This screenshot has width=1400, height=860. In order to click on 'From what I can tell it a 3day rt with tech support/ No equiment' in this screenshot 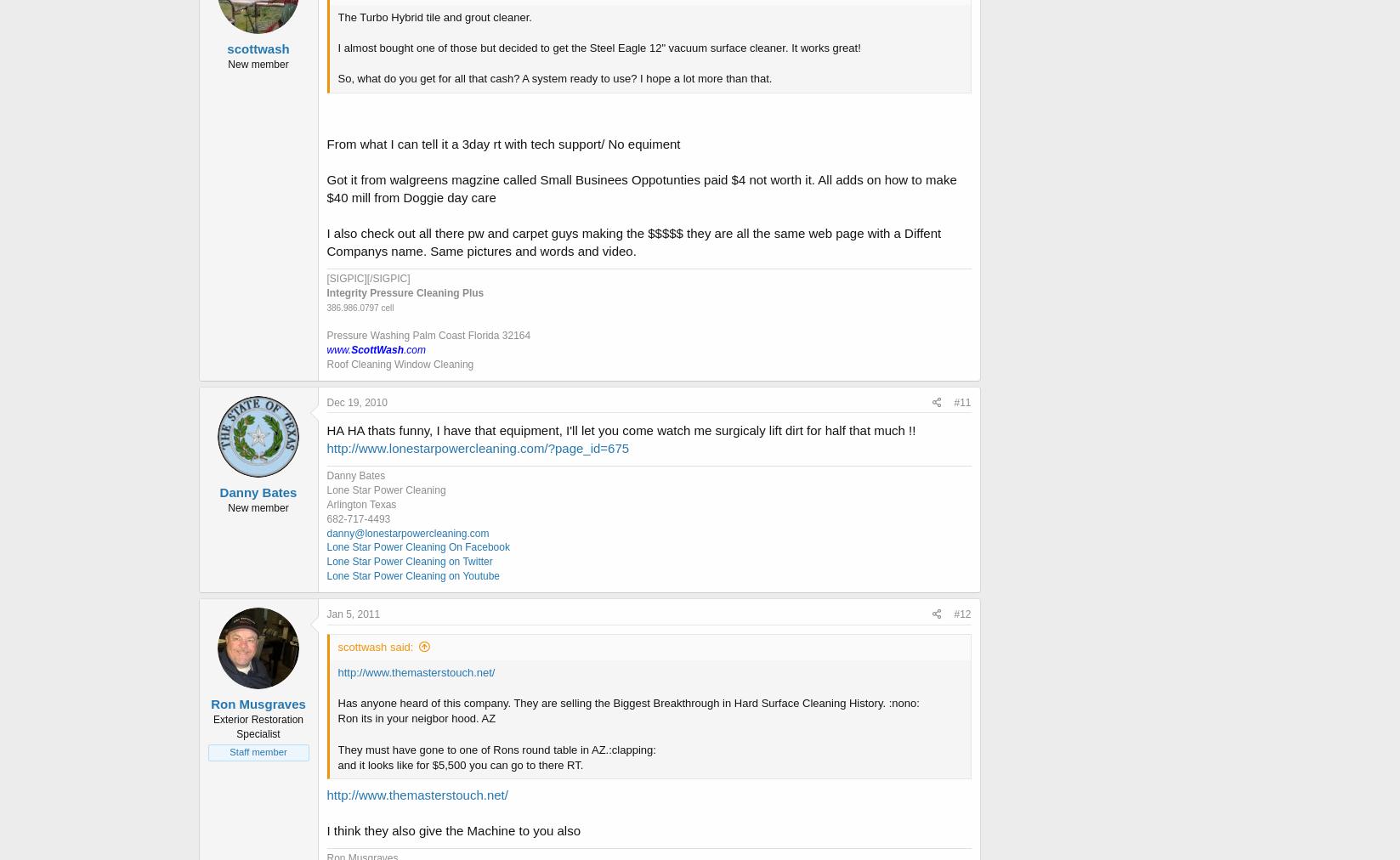, I will do `click(326, 144)`.